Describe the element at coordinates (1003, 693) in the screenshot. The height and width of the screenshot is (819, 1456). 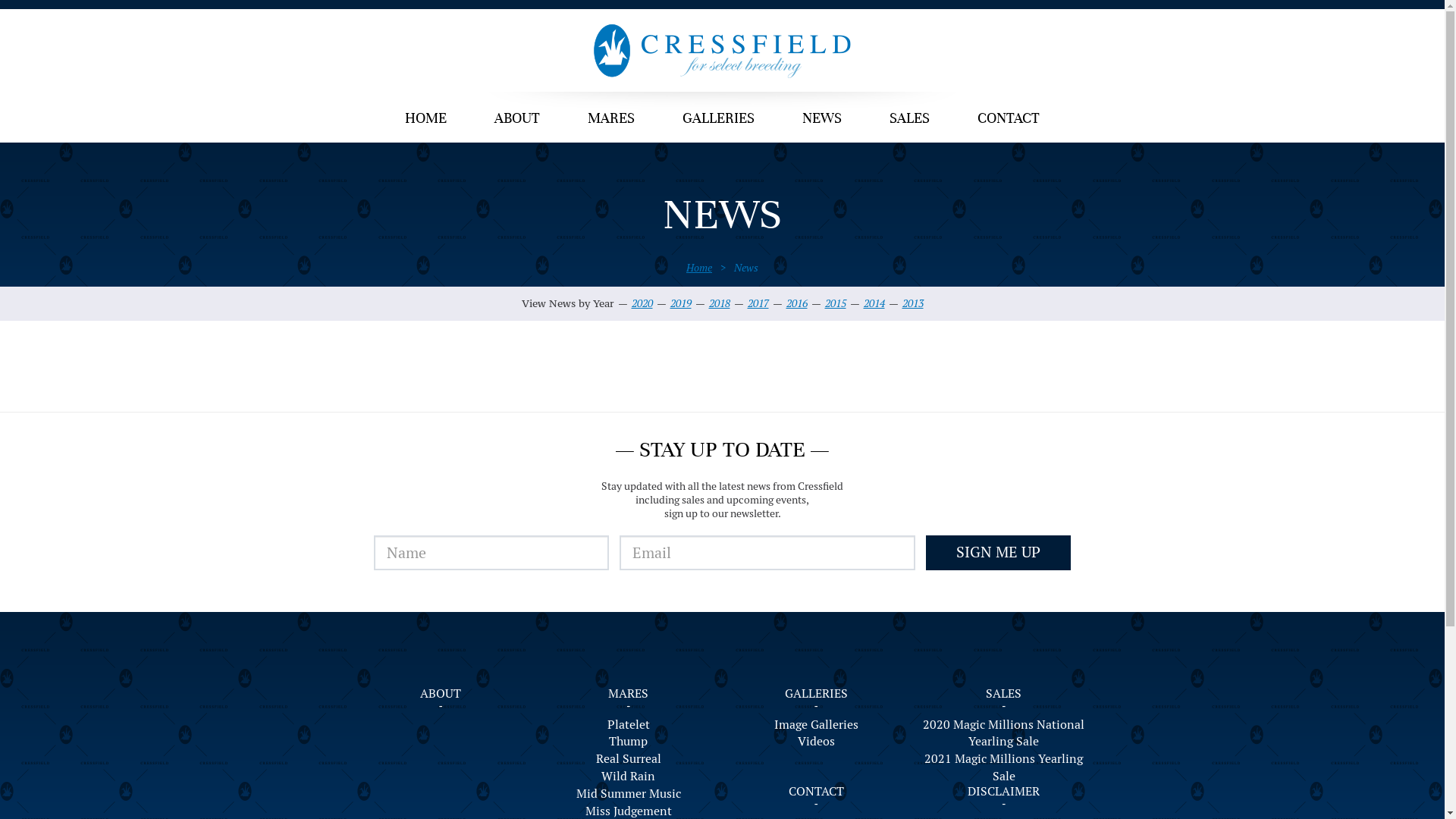
I see `'SALES'` at that location.